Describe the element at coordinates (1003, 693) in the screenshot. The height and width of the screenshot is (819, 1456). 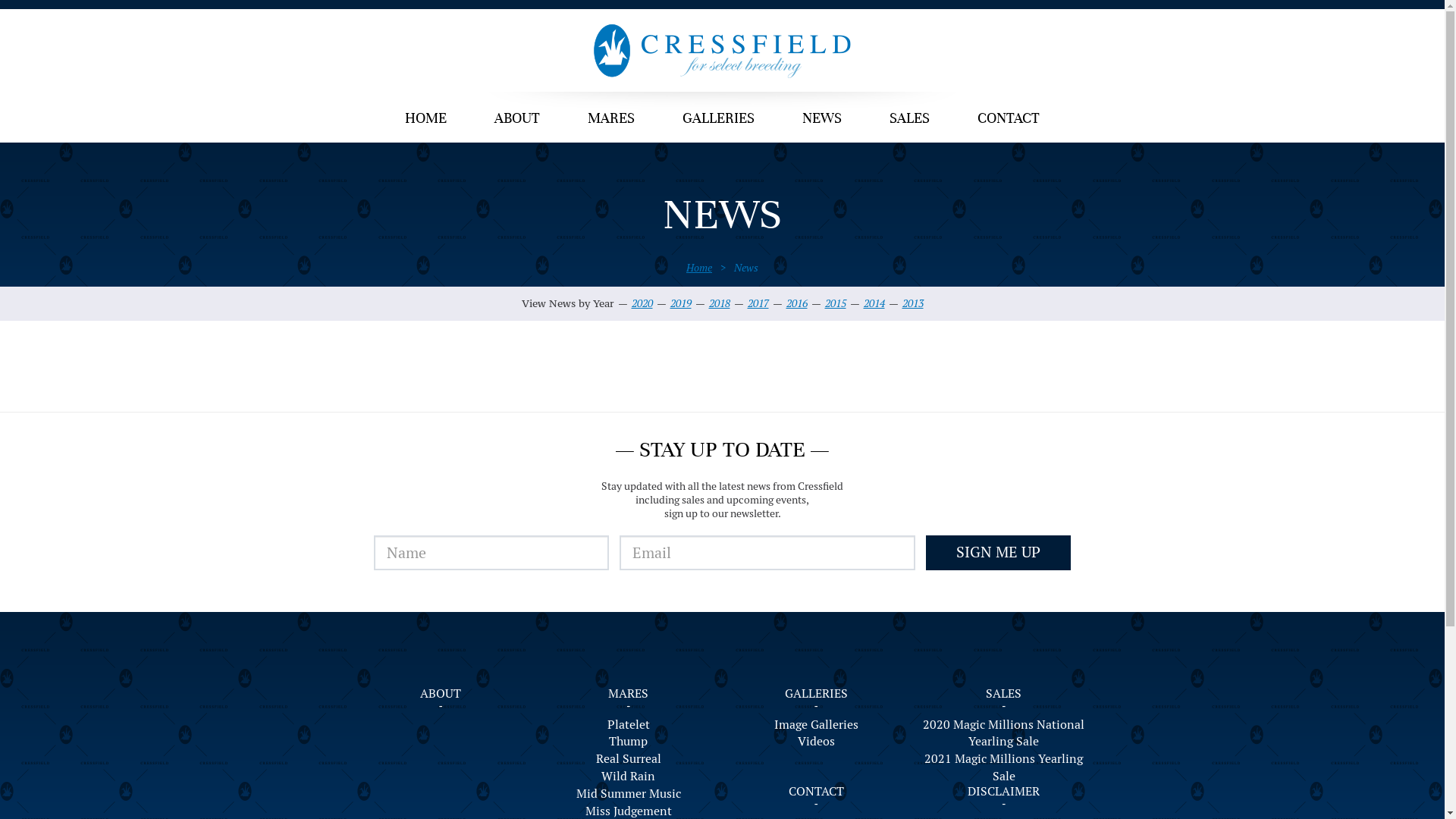
I see `'SALES'` at that location.